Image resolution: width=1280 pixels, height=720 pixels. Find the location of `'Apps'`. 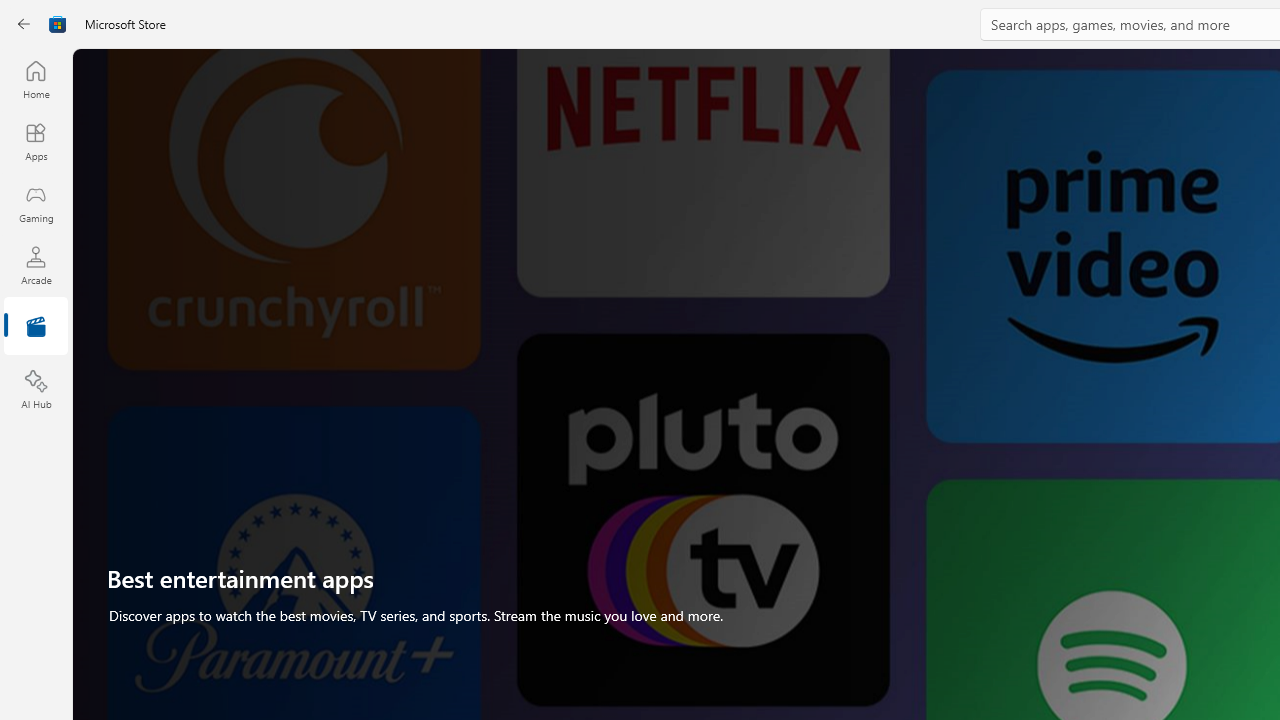

'Apps' is located at coordinates (35, 140).